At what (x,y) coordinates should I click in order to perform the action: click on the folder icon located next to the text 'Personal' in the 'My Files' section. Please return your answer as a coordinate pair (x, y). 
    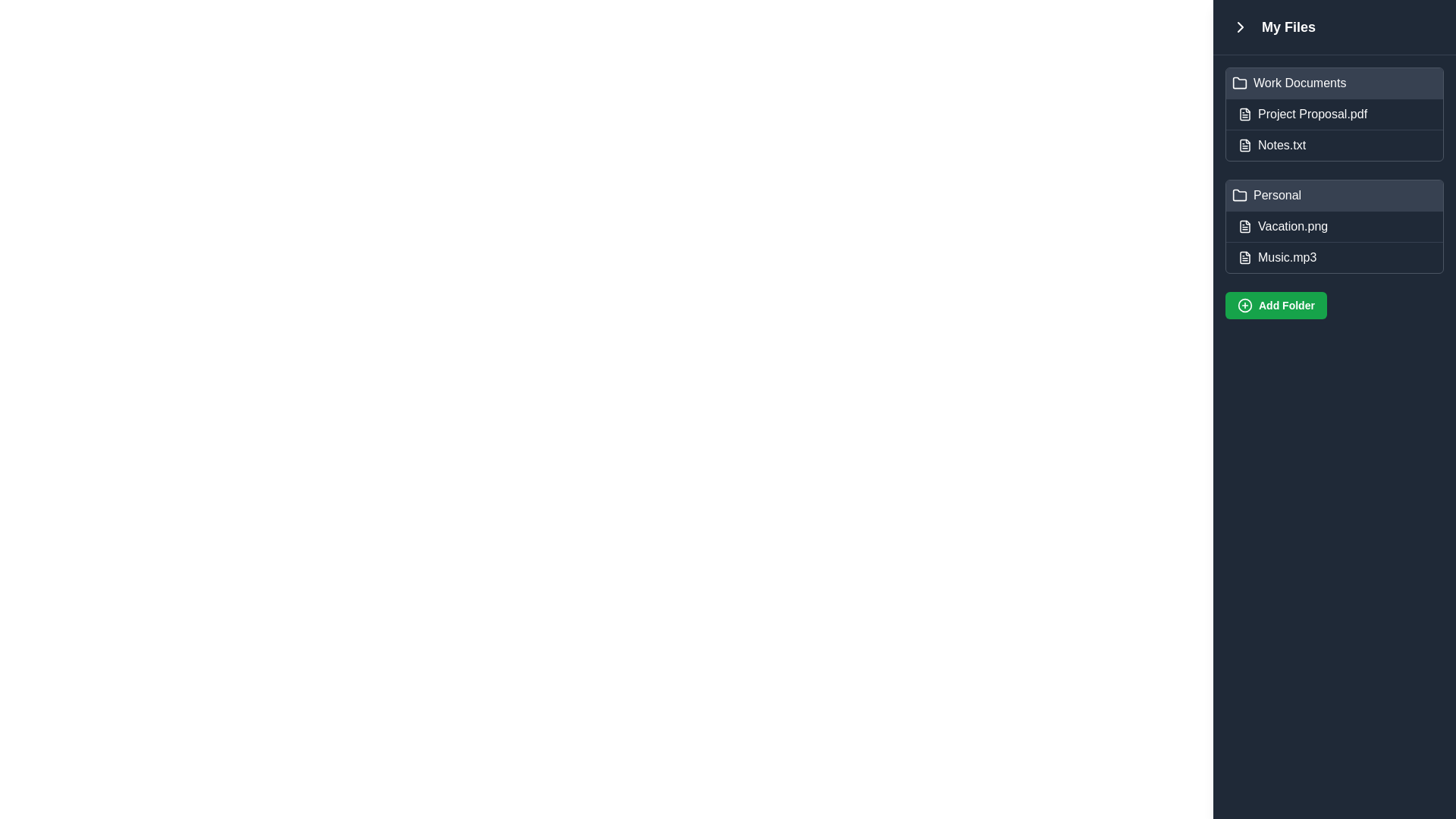
    Looking at the image, I should click on (1240, 195).